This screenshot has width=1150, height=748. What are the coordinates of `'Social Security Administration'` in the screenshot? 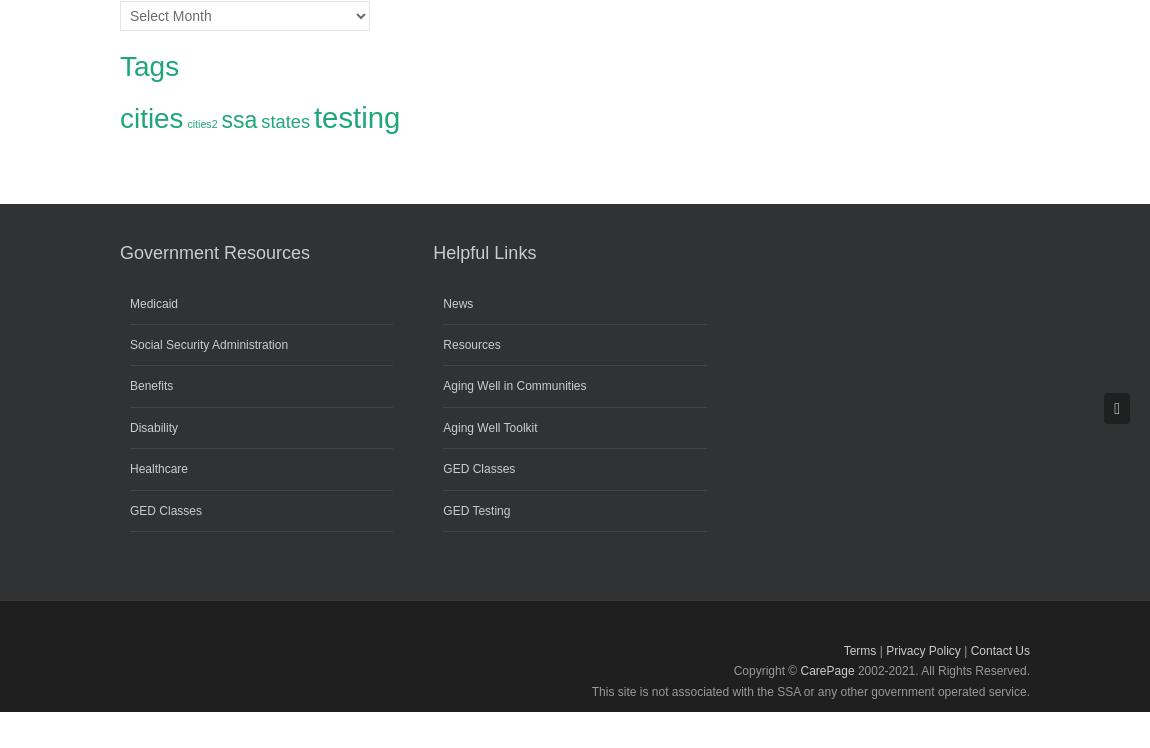 It's located at (207, 343).